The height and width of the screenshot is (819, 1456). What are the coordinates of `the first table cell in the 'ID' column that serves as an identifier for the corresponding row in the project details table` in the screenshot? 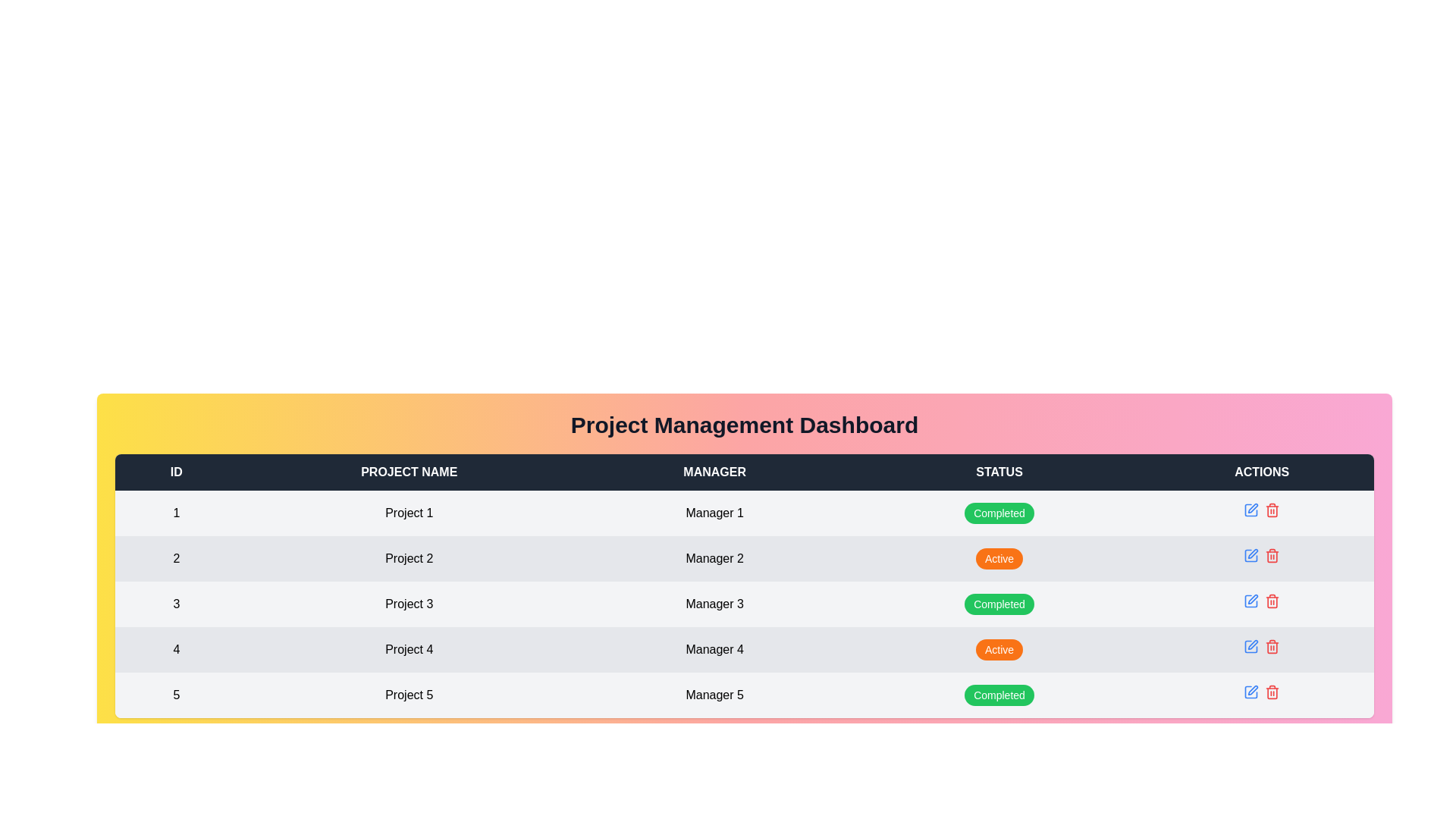 It's located at (176, 513).